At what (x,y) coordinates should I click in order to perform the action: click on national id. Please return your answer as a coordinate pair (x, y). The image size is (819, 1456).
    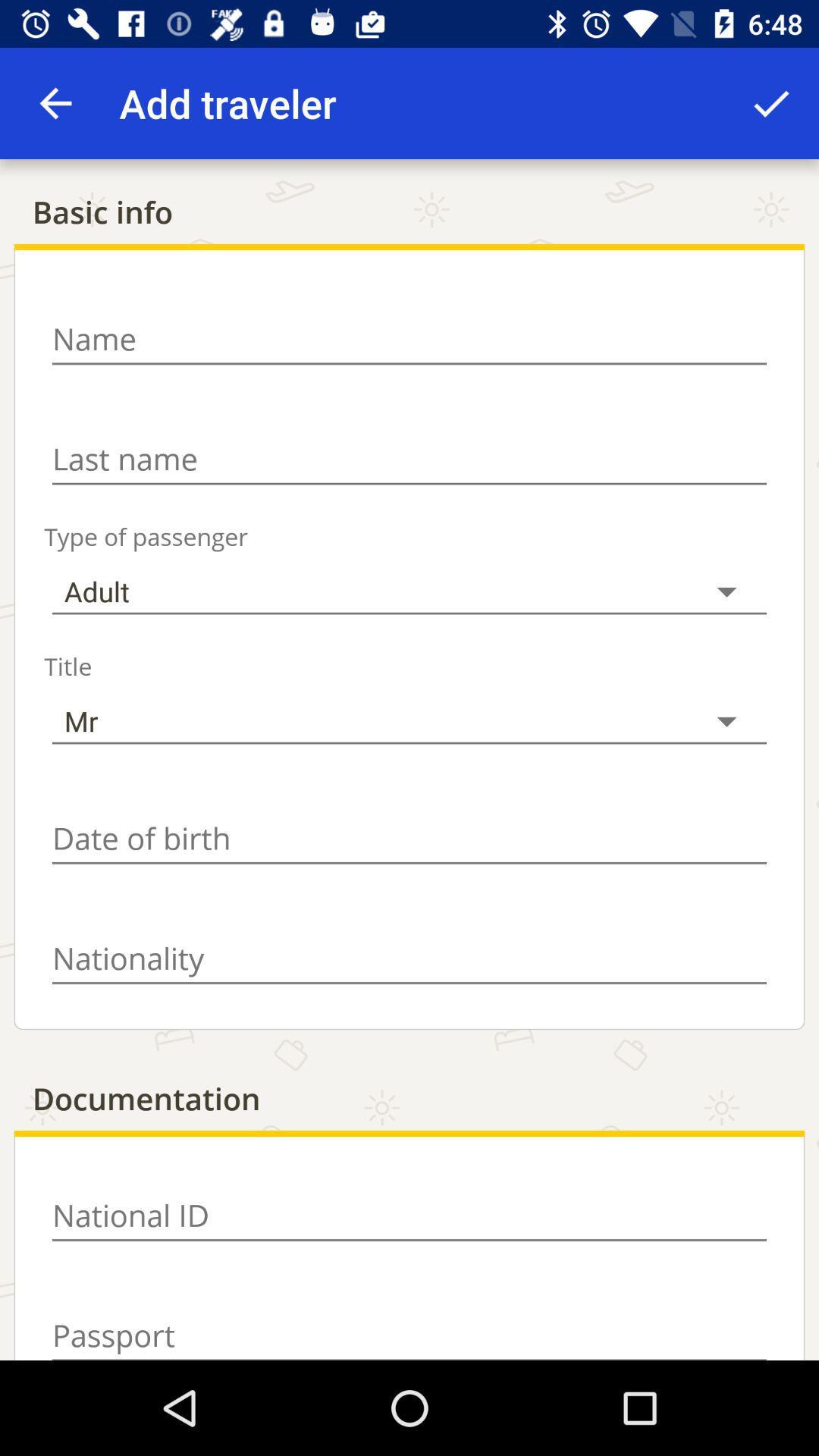
    Looking at the image, I should click on (409, 1216).